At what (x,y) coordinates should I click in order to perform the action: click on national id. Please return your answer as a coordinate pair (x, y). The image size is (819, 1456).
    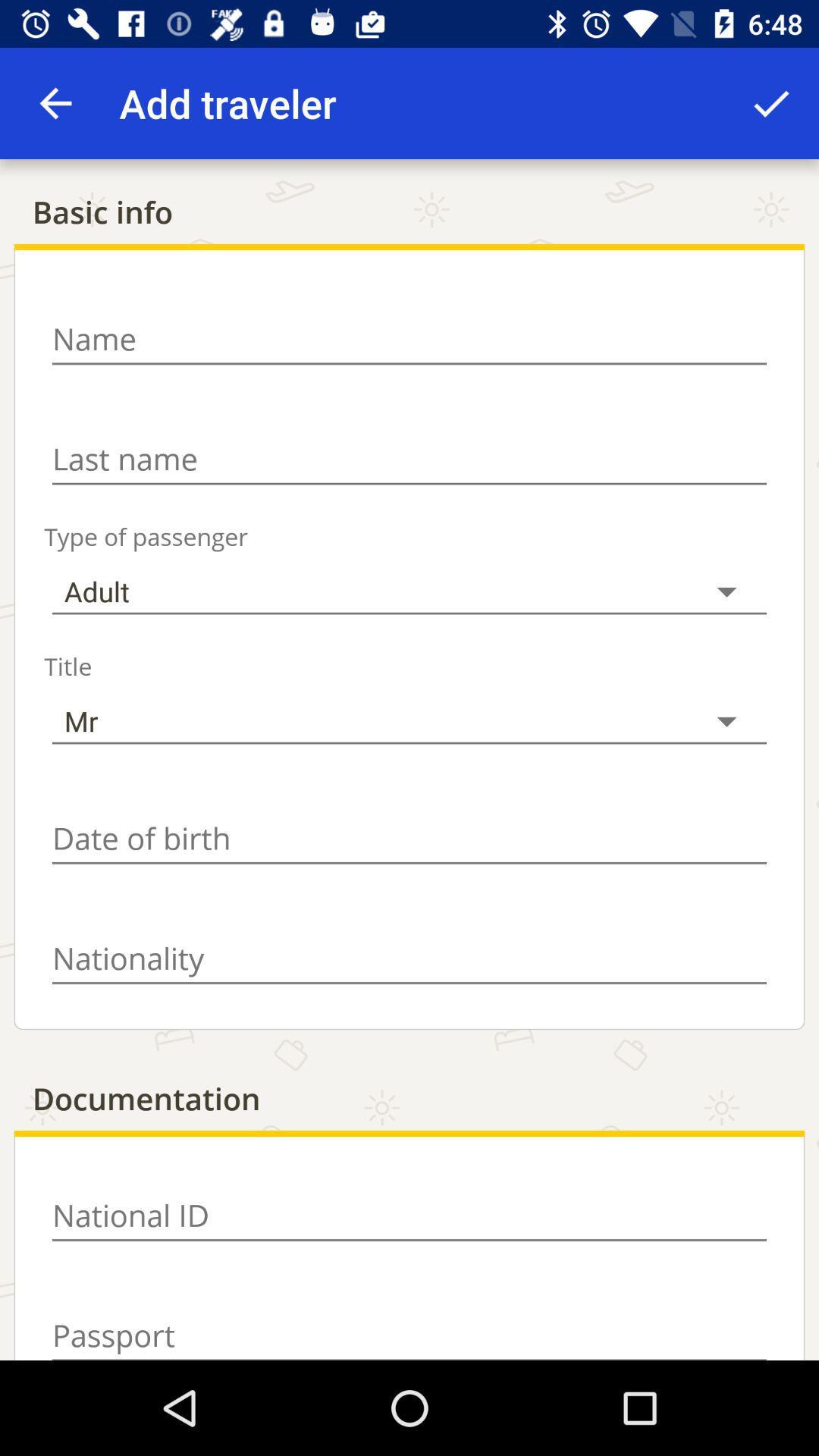
    Looking at the image, I should click on (409, 1216).